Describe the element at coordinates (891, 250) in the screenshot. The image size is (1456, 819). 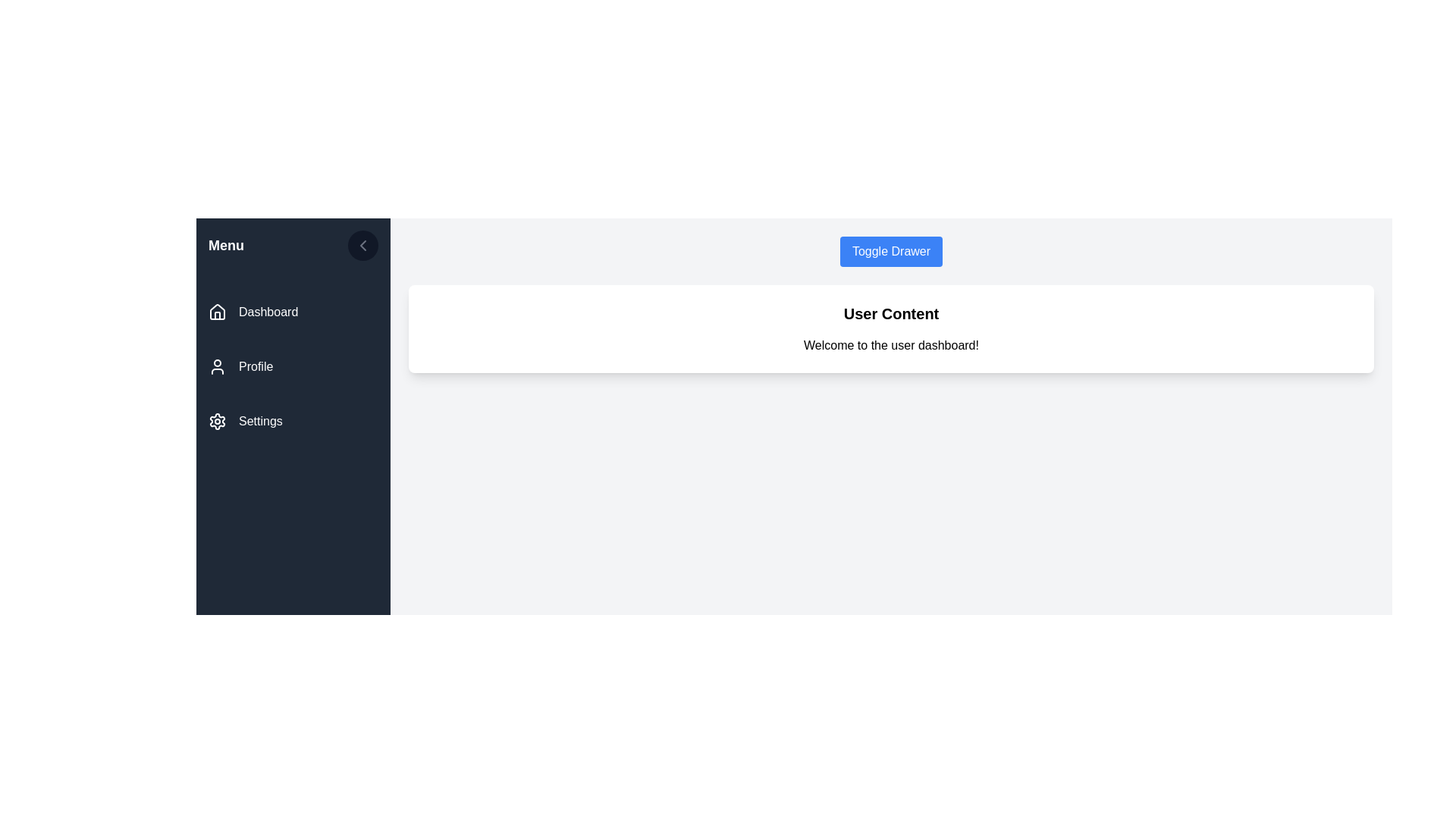
I see `the button located at the top-right section of the main content area` at that location.